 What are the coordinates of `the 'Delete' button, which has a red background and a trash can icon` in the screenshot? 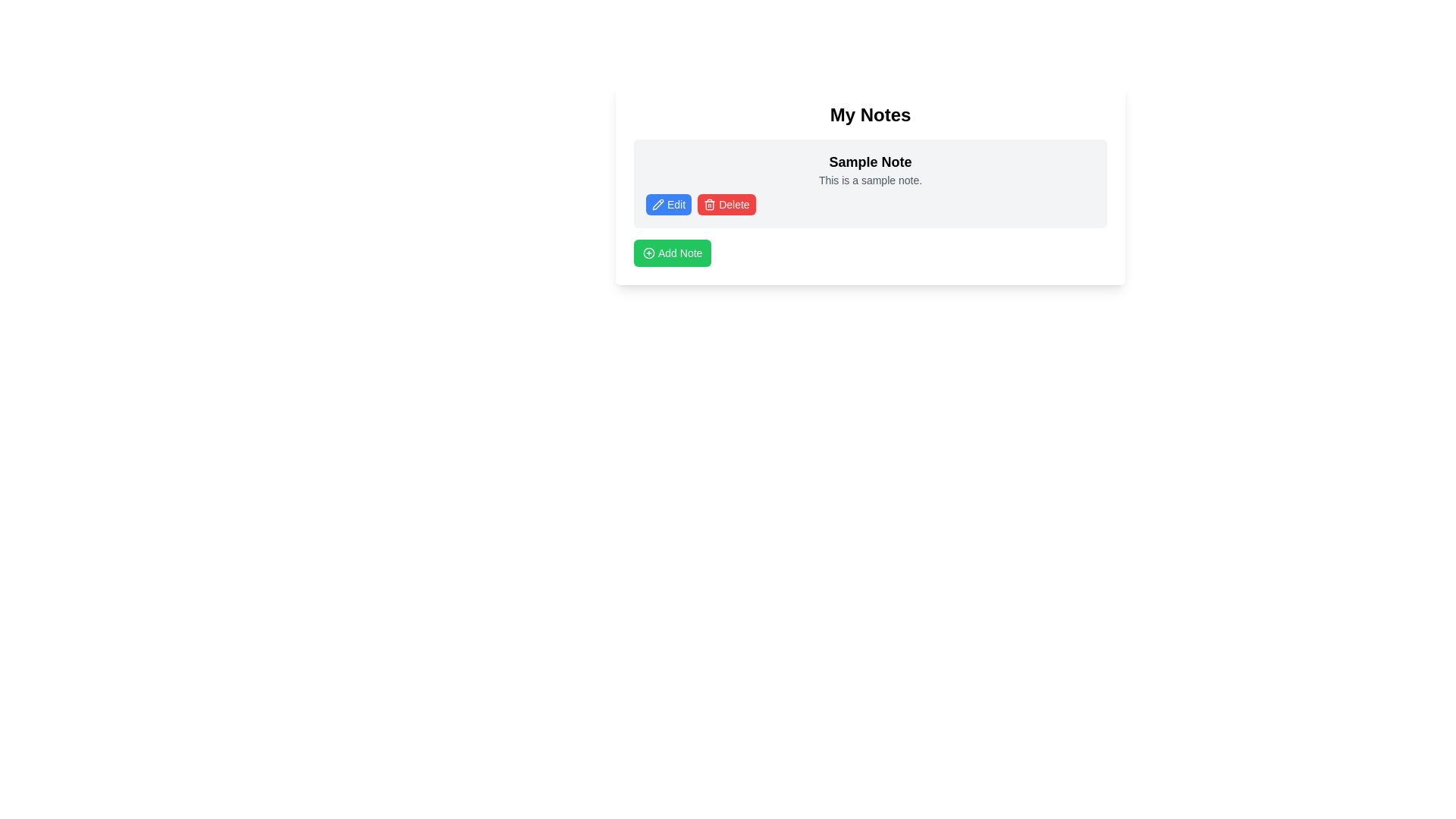 It's located at (726, 205).